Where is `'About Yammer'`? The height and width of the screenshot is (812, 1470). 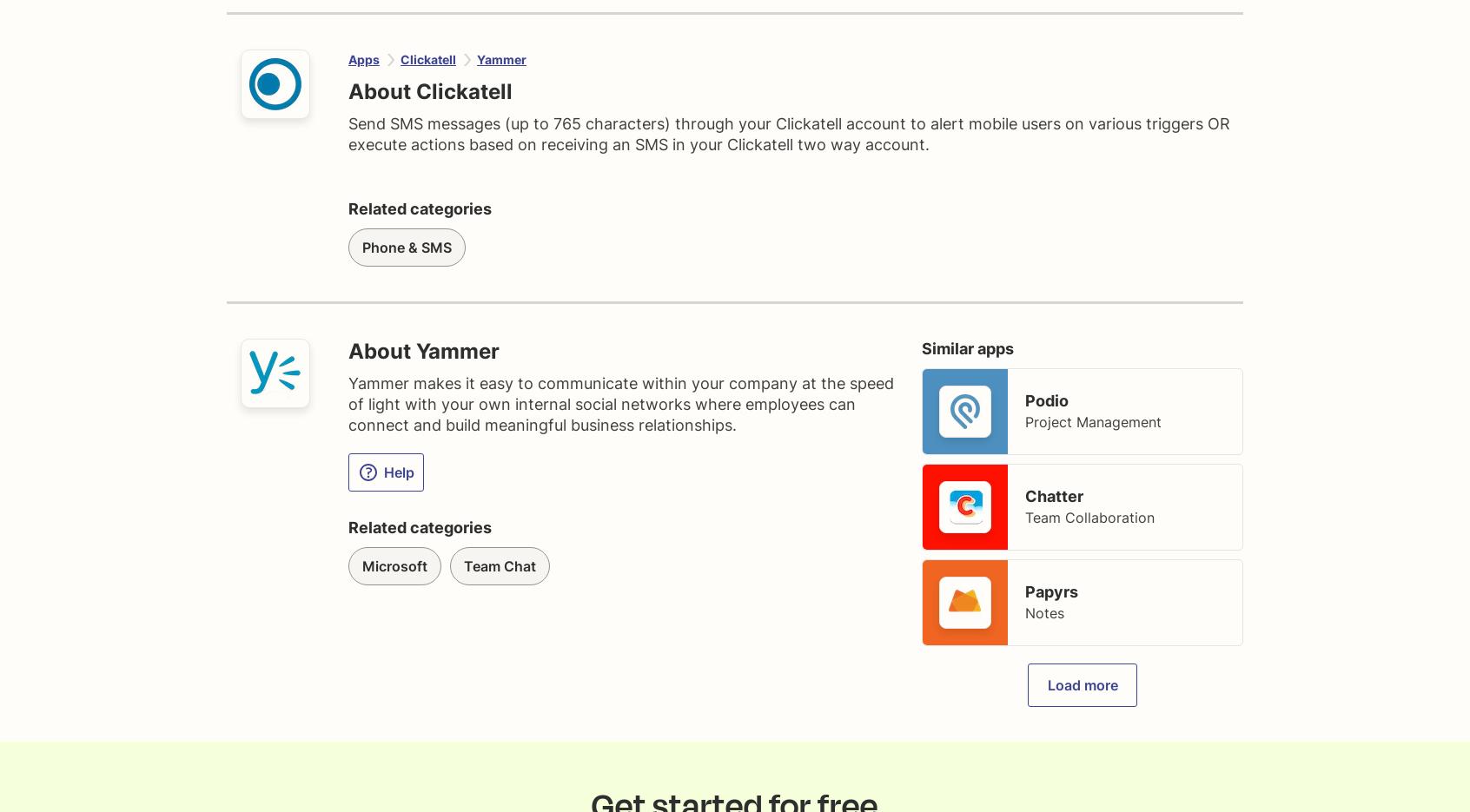 'About Yammer' is located at coordinates (422, 351).